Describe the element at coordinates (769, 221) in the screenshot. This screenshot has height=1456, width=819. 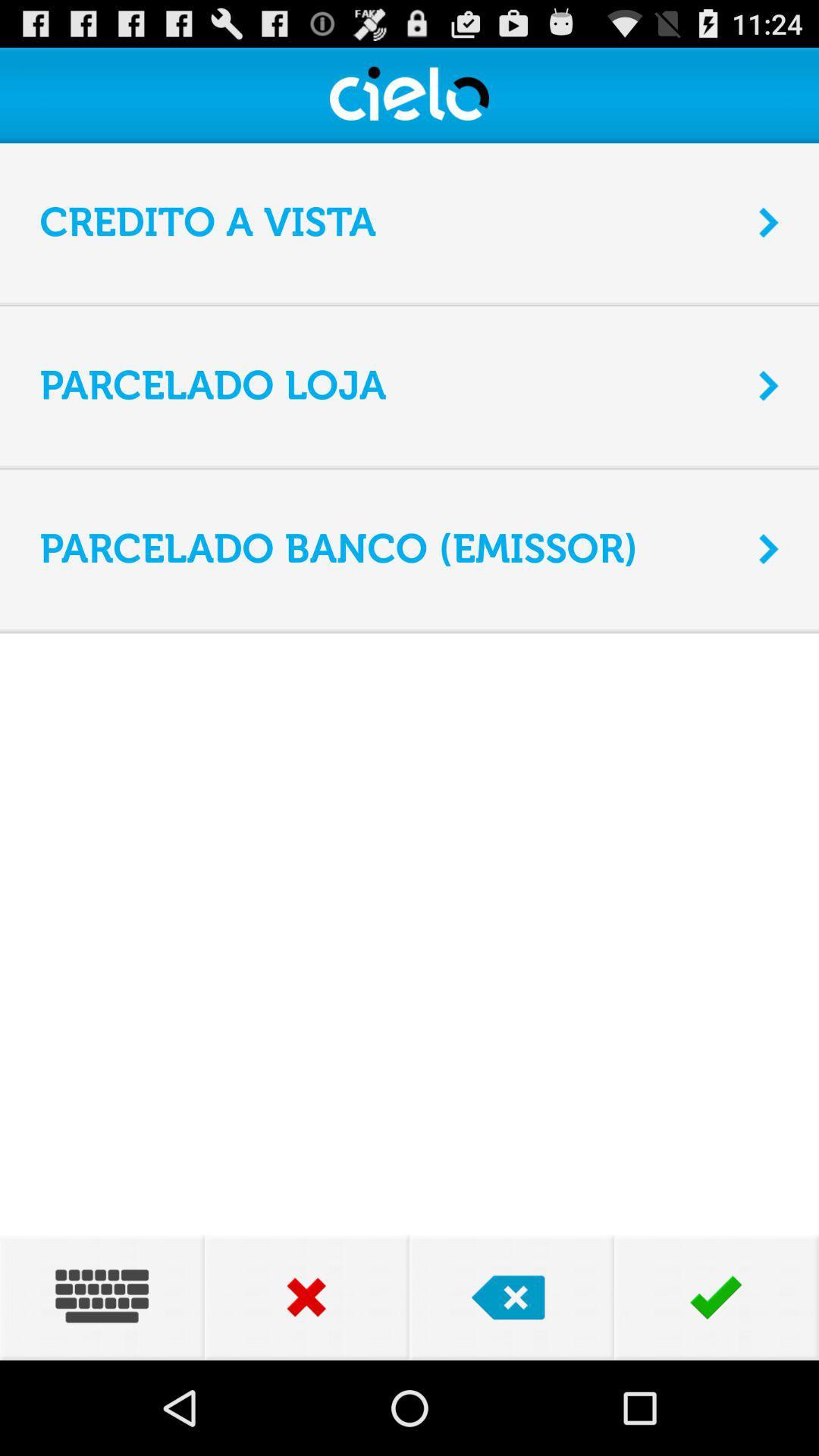
I see `the icon to the right of the credito a vista icon` at that location.